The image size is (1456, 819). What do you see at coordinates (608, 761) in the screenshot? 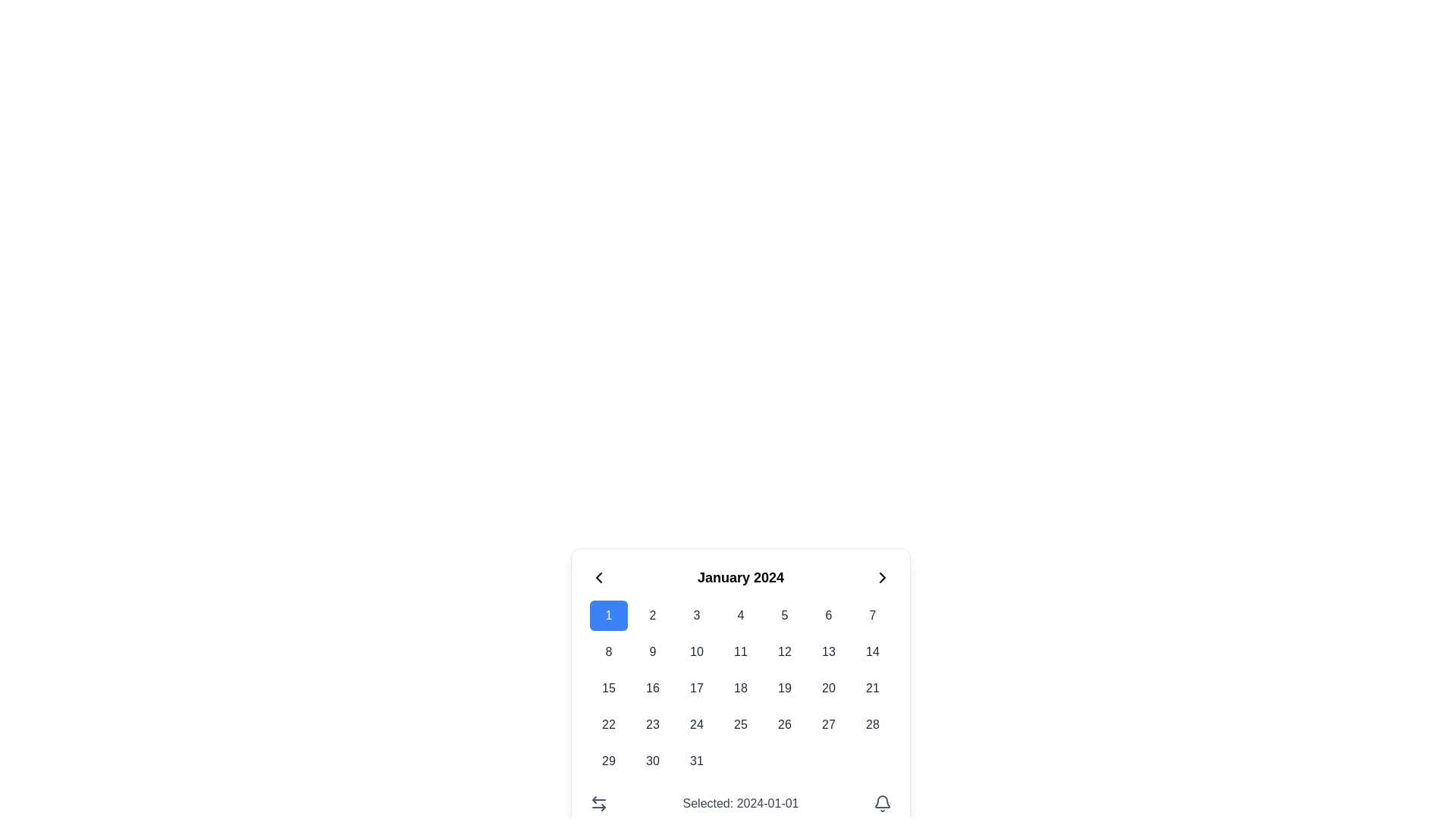
I see `the calendar date button located in the sixth row and first column of the grid` at bounding box center [608, 761].